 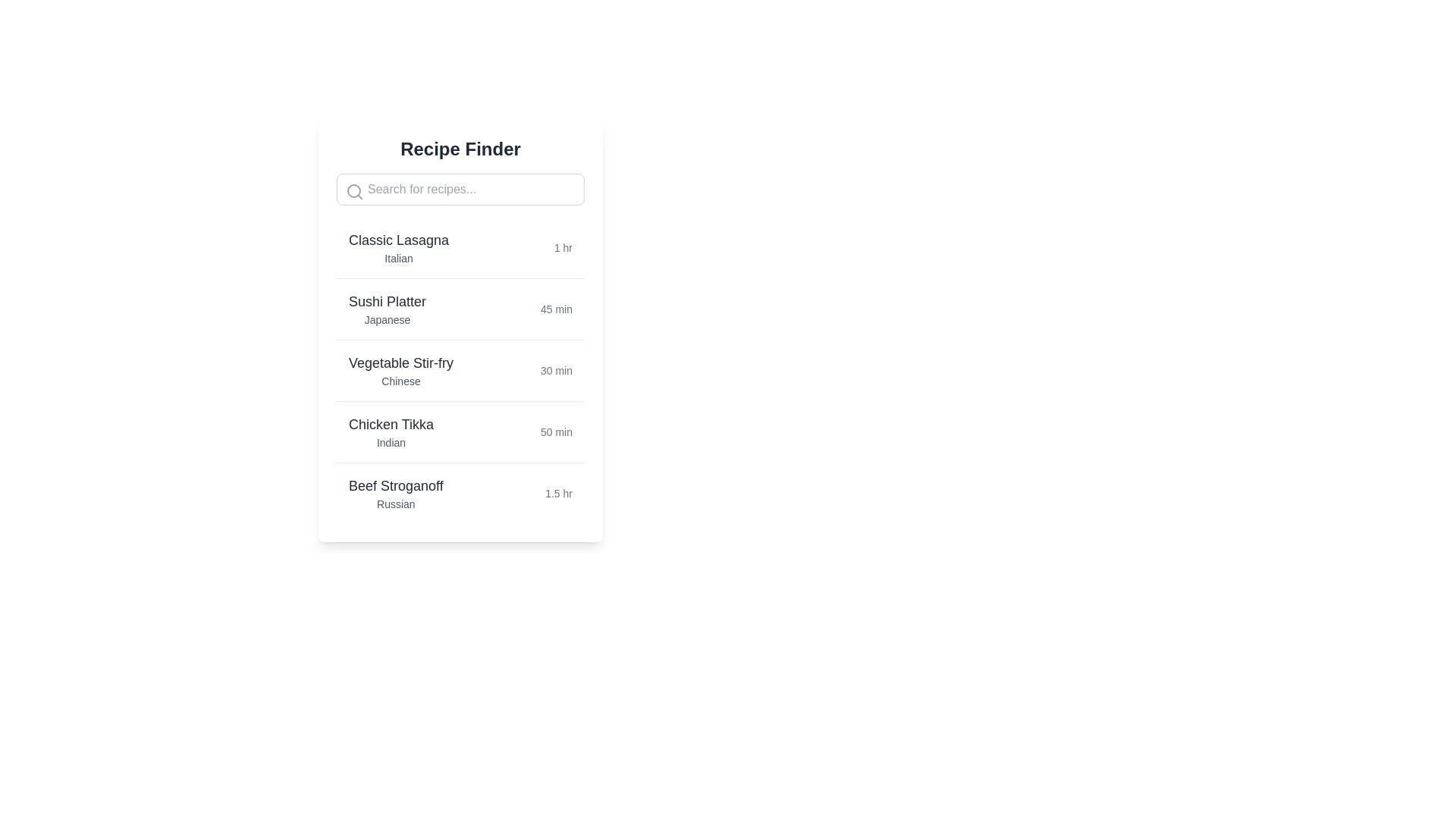 I want to click on text label displaying the recipe title 'Classic Lasagna' and its cuisine type 'Italian' located at the top section of the list in the 'Recipe Finder' interface, so click(x=399, y=247).